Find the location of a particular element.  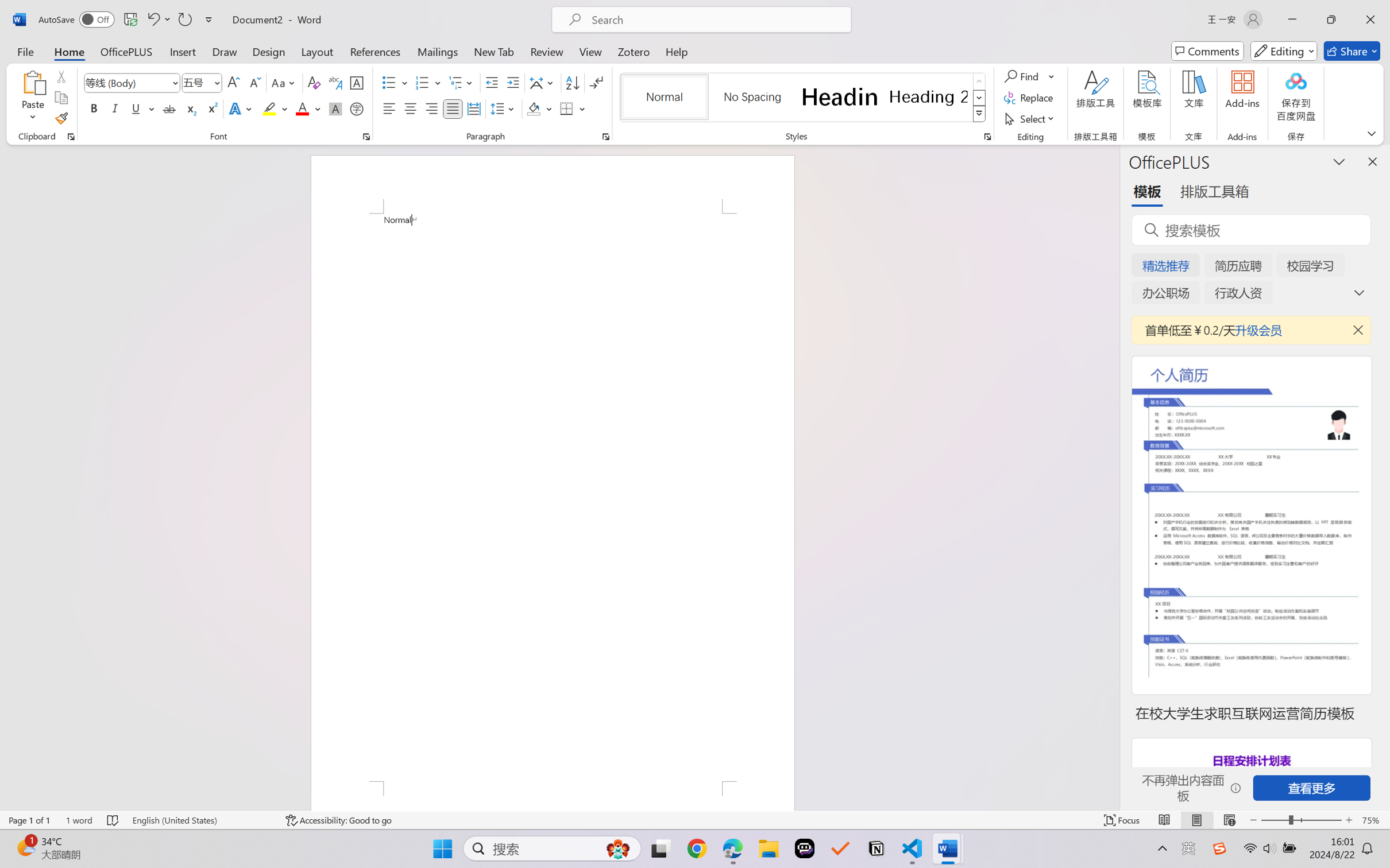

'Font Size' is located at coordinates (202, 83).